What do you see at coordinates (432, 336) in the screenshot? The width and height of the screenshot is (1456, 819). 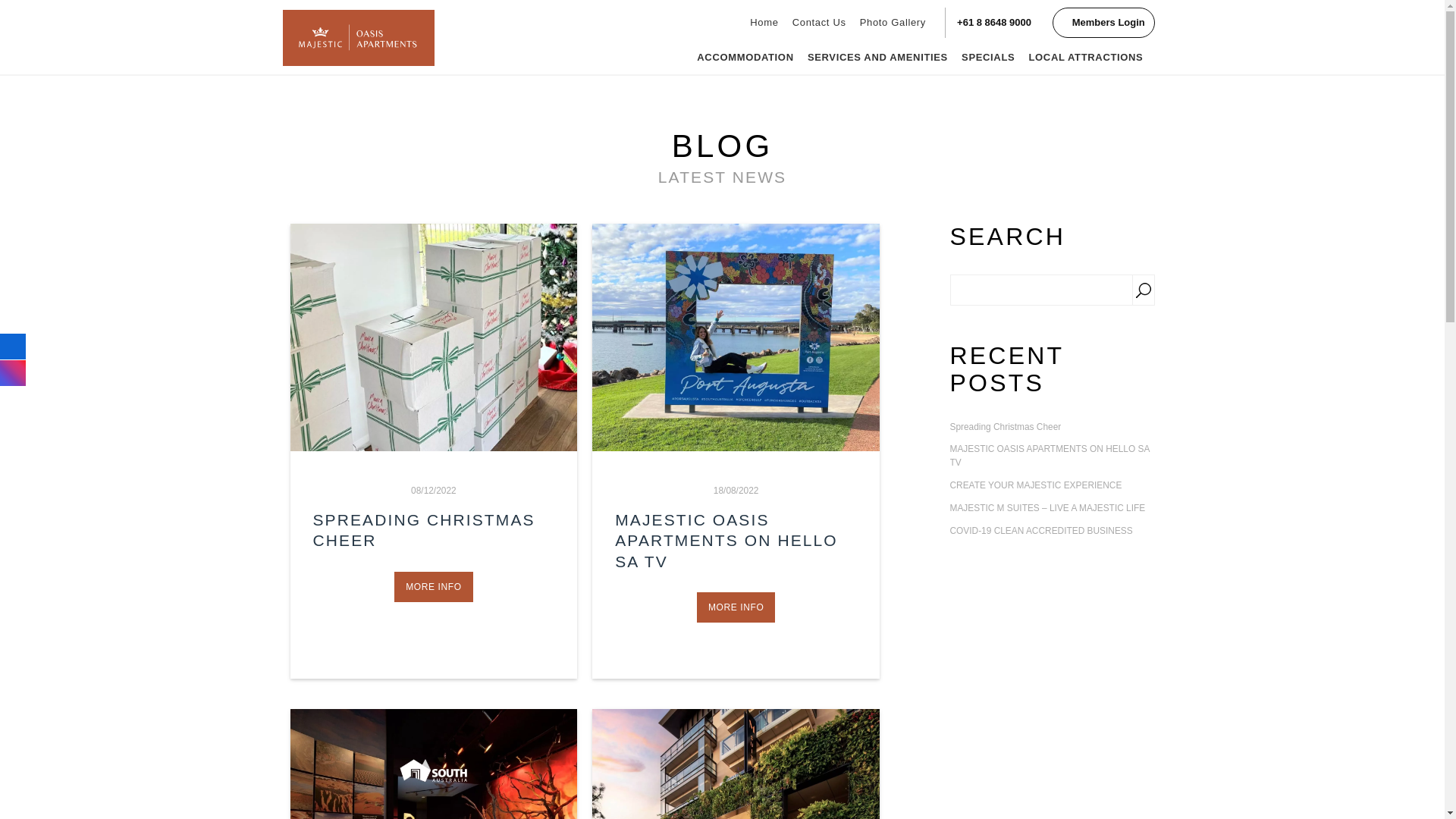 I see `' '` at bounding box center [432, 336].